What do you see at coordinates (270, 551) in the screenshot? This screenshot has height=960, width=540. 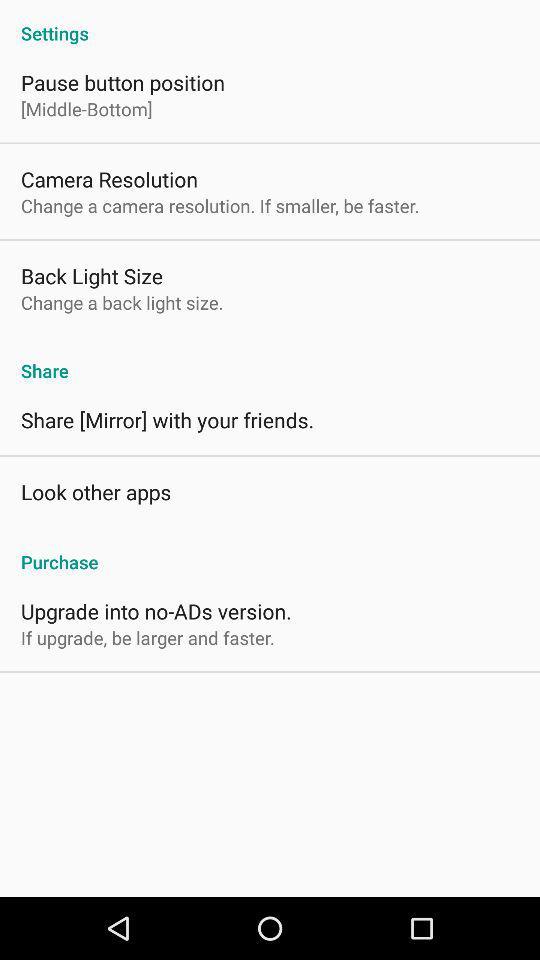 I see `the purchase app` at bounding box center [270, 551].